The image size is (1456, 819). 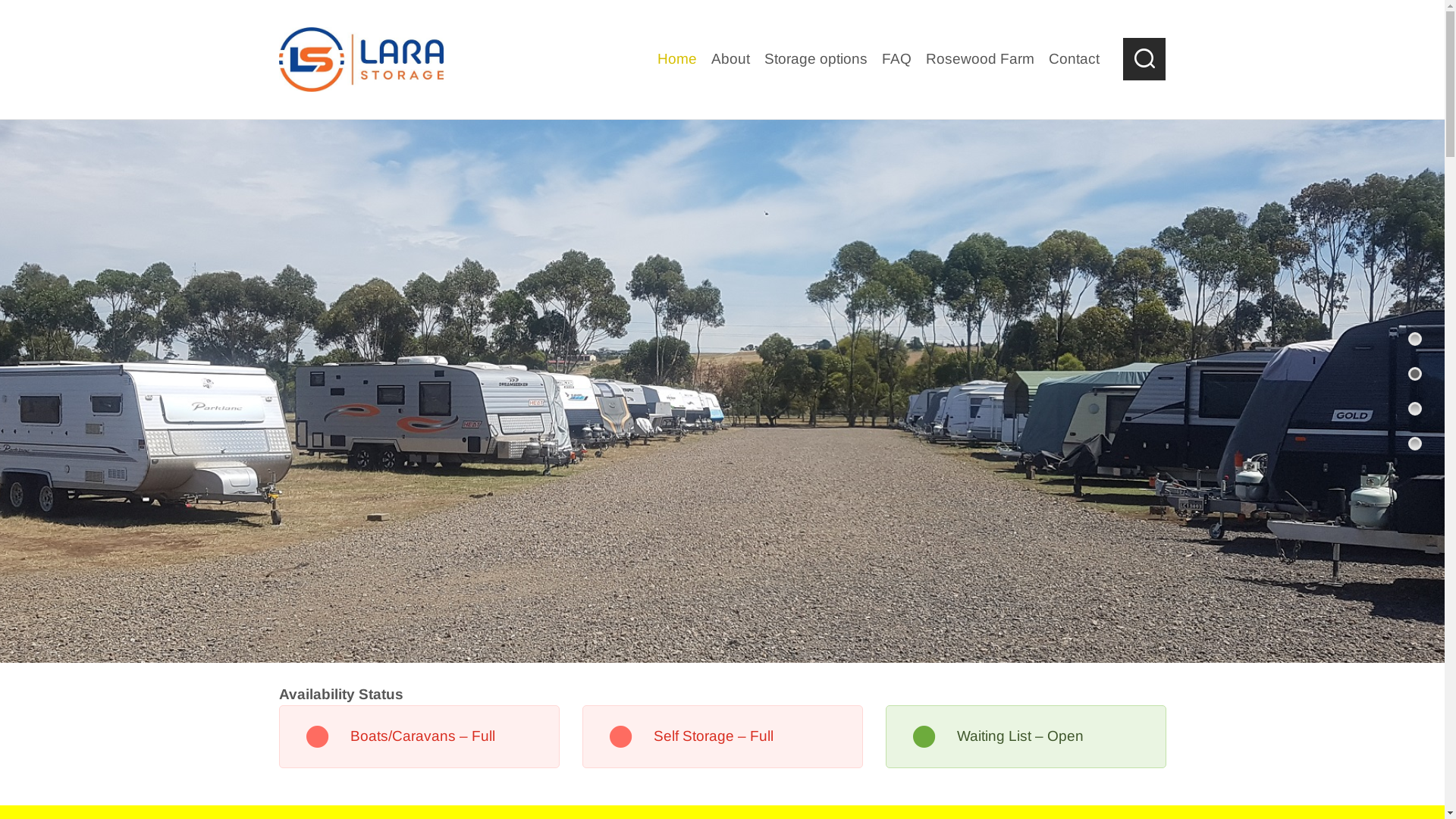 What do you see at coordinates (676, 58) in the screenshot?
I see `'Home'` at bounding box center [676, 58].